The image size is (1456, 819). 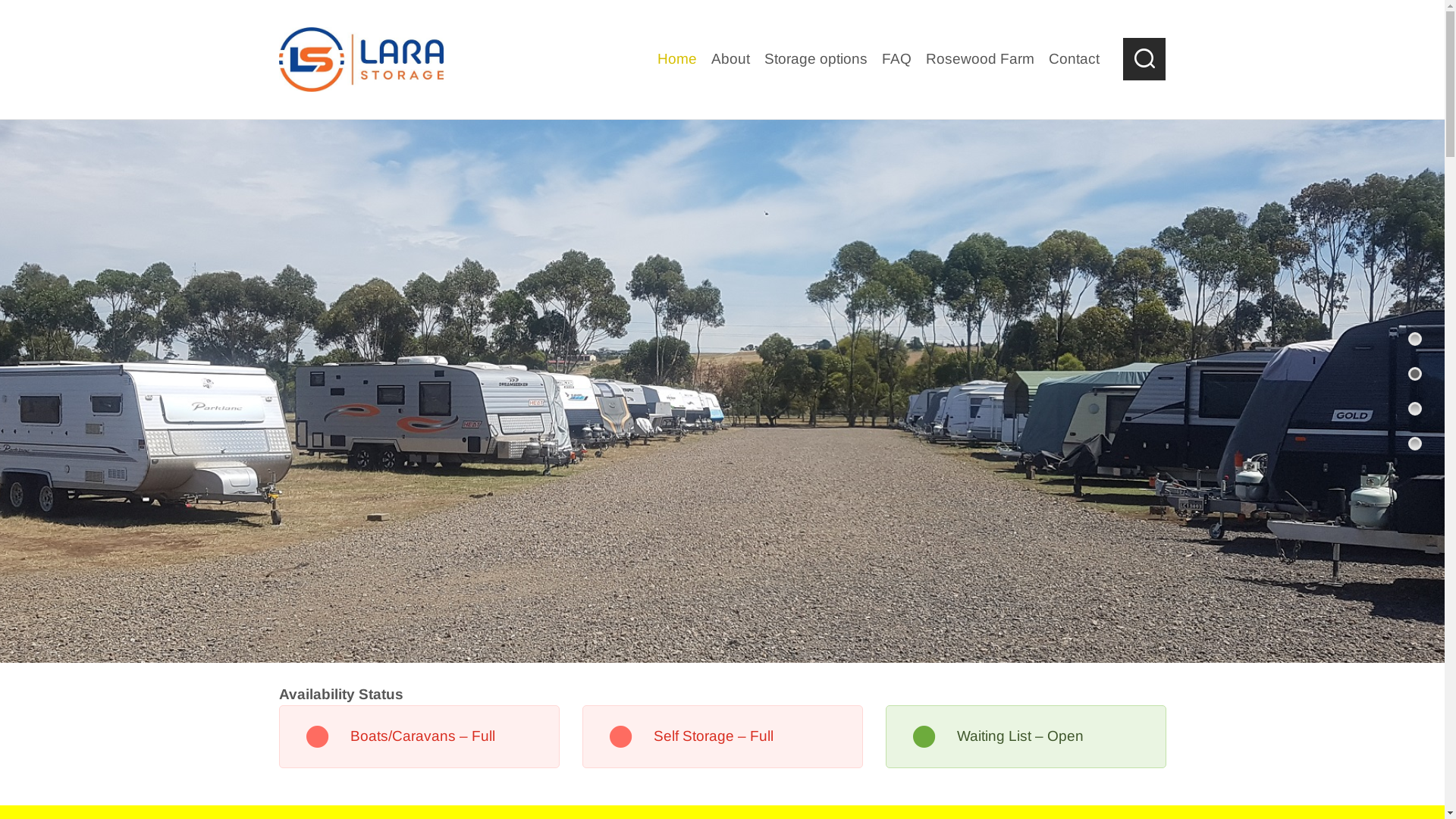 What do you see at coordinates (676, 58) in the screenshot?
I see `'Home'` at bounding box center [676, 58].